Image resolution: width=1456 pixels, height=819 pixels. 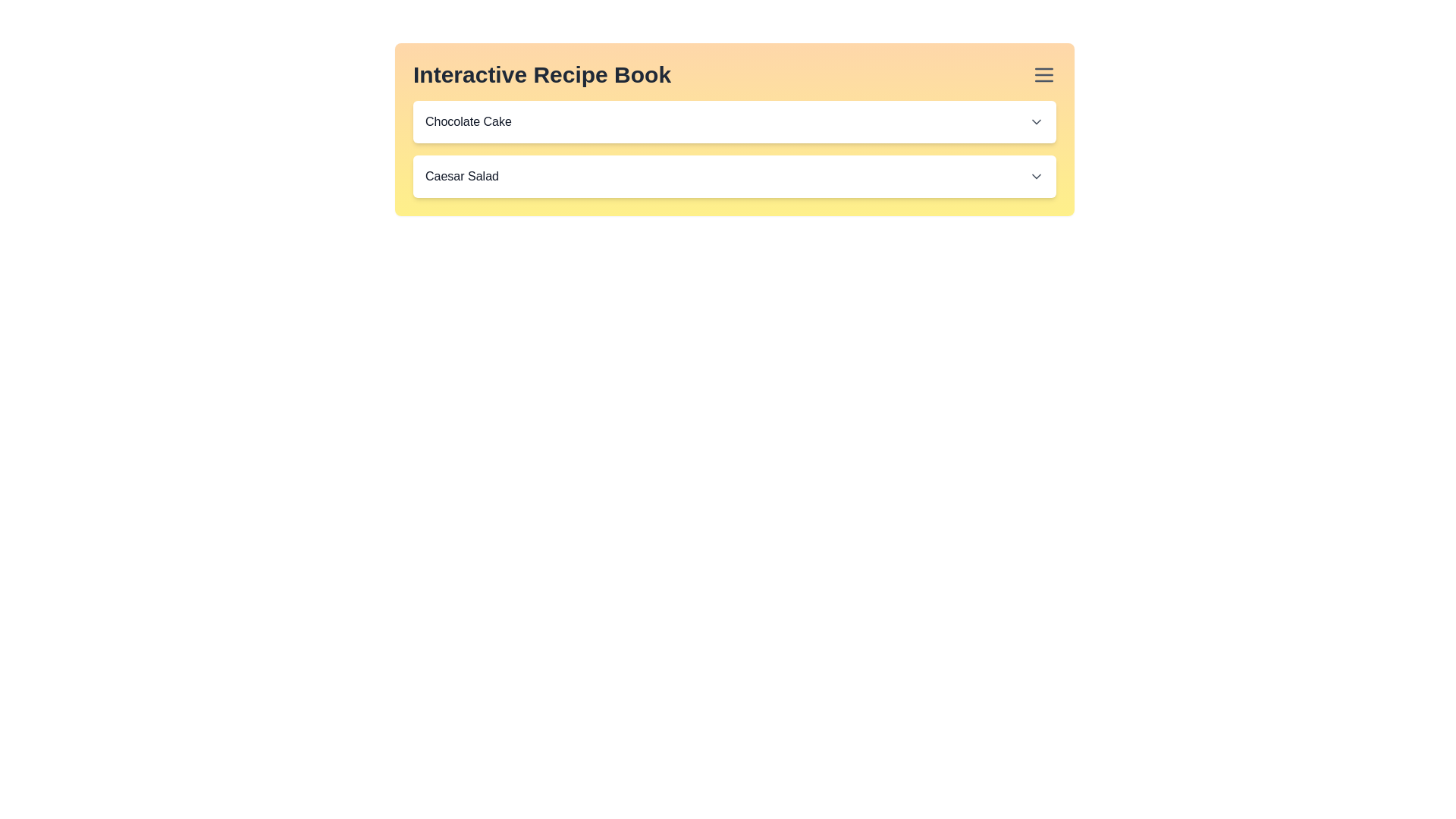 I want to click on the downward-facing chevron icon with a black outline located at the far right of the 'Caesar Salad' section, so click(x=1036, y=175).